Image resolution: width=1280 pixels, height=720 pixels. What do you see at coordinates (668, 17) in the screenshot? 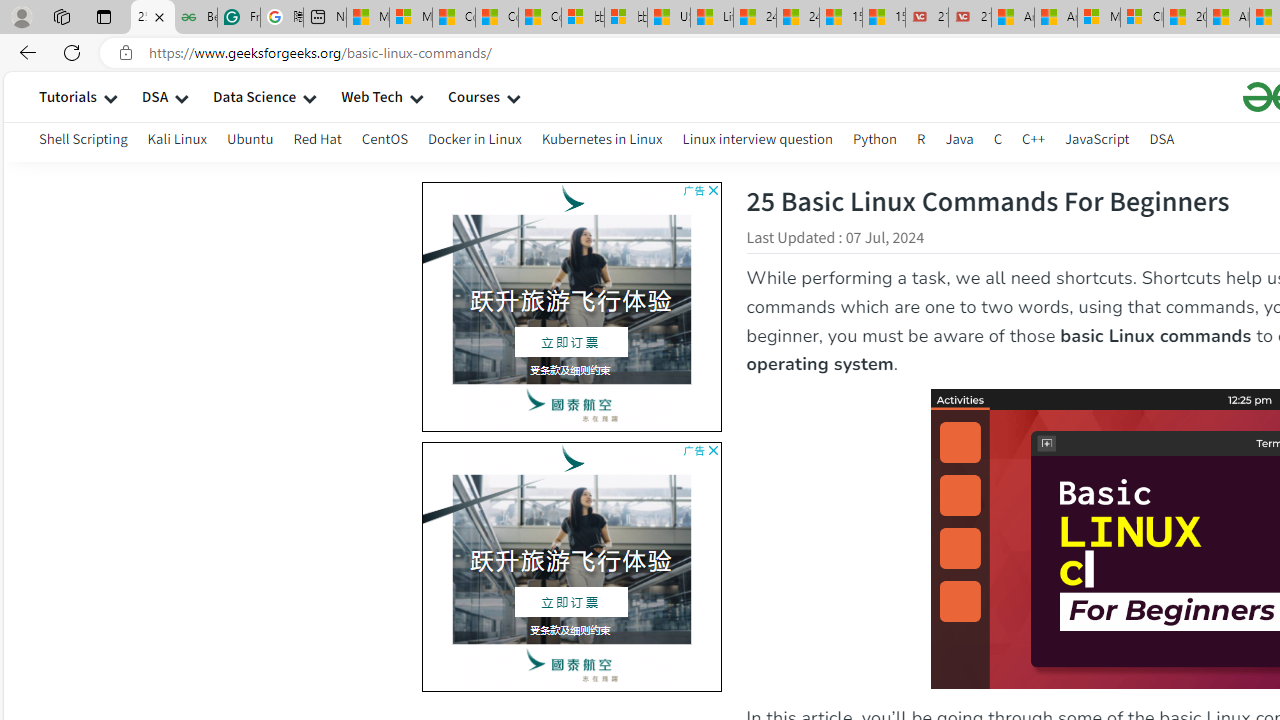
I see `'USA TODAY - MSN'` at bounding box center [668, 17].